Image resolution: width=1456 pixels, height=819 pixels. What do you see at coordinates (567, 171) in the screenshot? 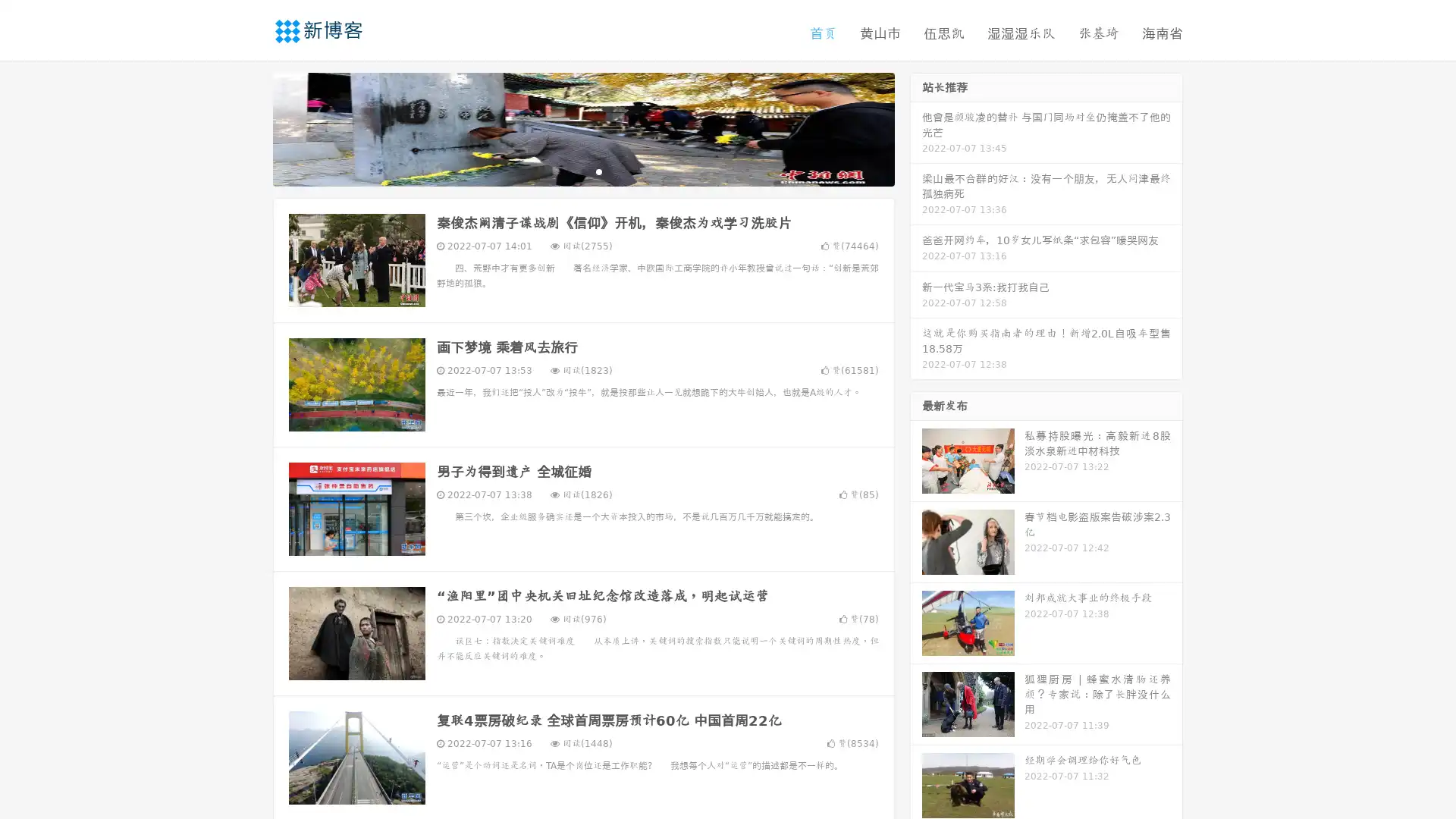
I see `Go to slide 1` at bounding box center [567, 171].